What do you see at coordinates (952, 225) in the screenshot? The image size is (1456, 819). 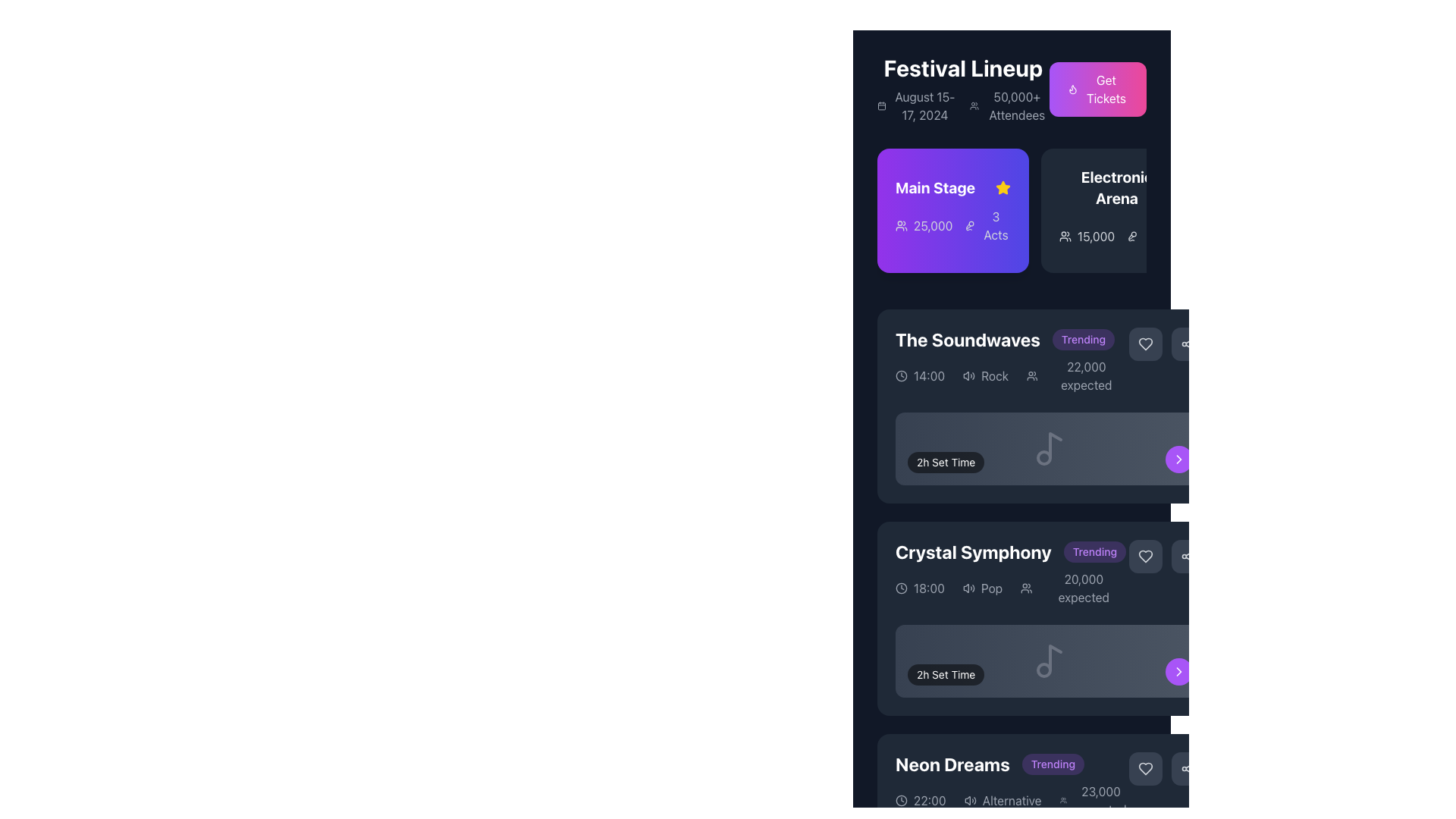 I see `displayed data from the informational label located at the bottom center of the purple card labeled 'Main Stage'` at bounding box center [952, 225].